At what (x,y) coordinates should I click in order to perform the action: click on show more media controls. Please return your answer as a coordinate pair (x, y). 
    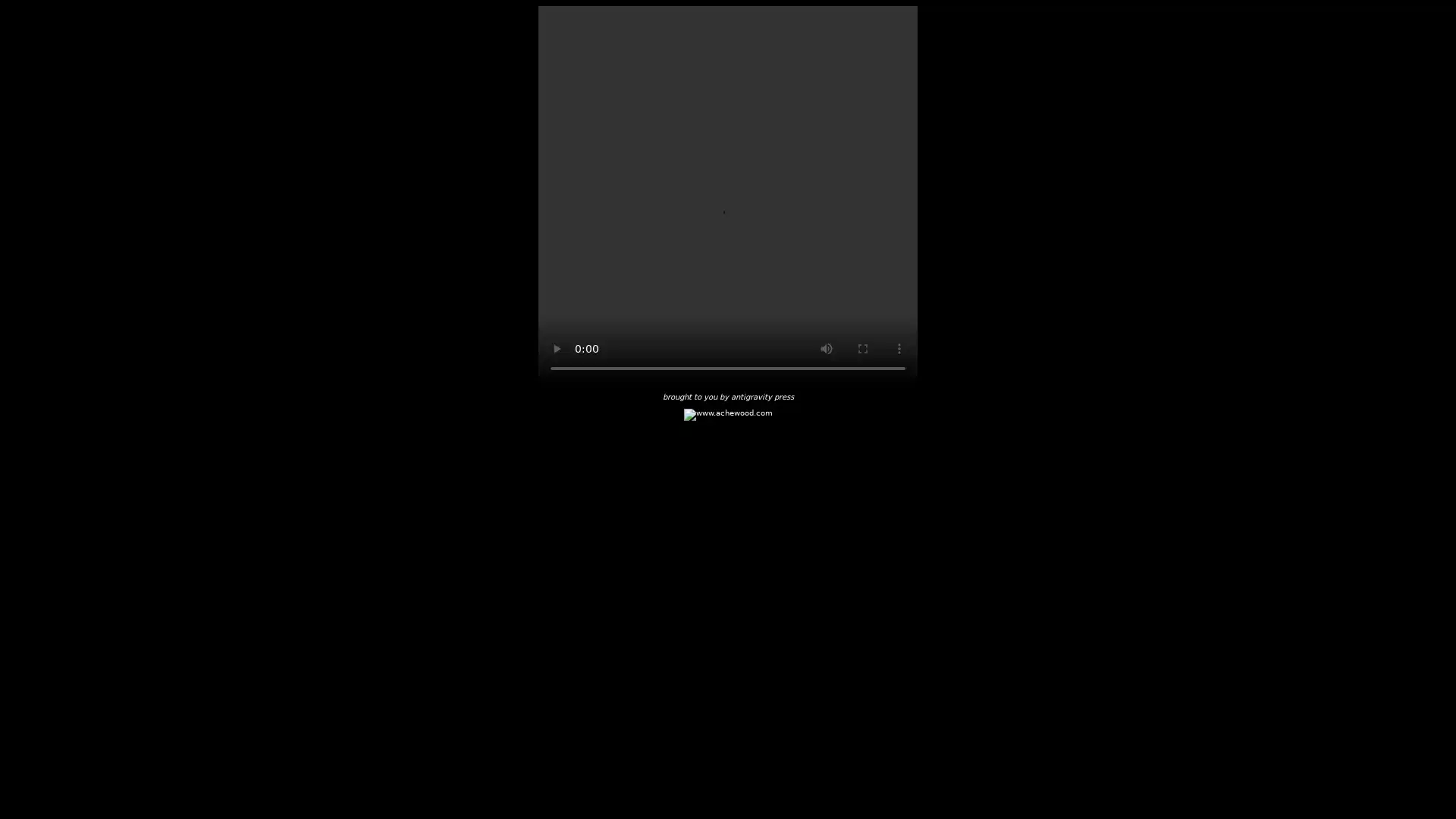
    Looking at the image, I should click on (899, 348).